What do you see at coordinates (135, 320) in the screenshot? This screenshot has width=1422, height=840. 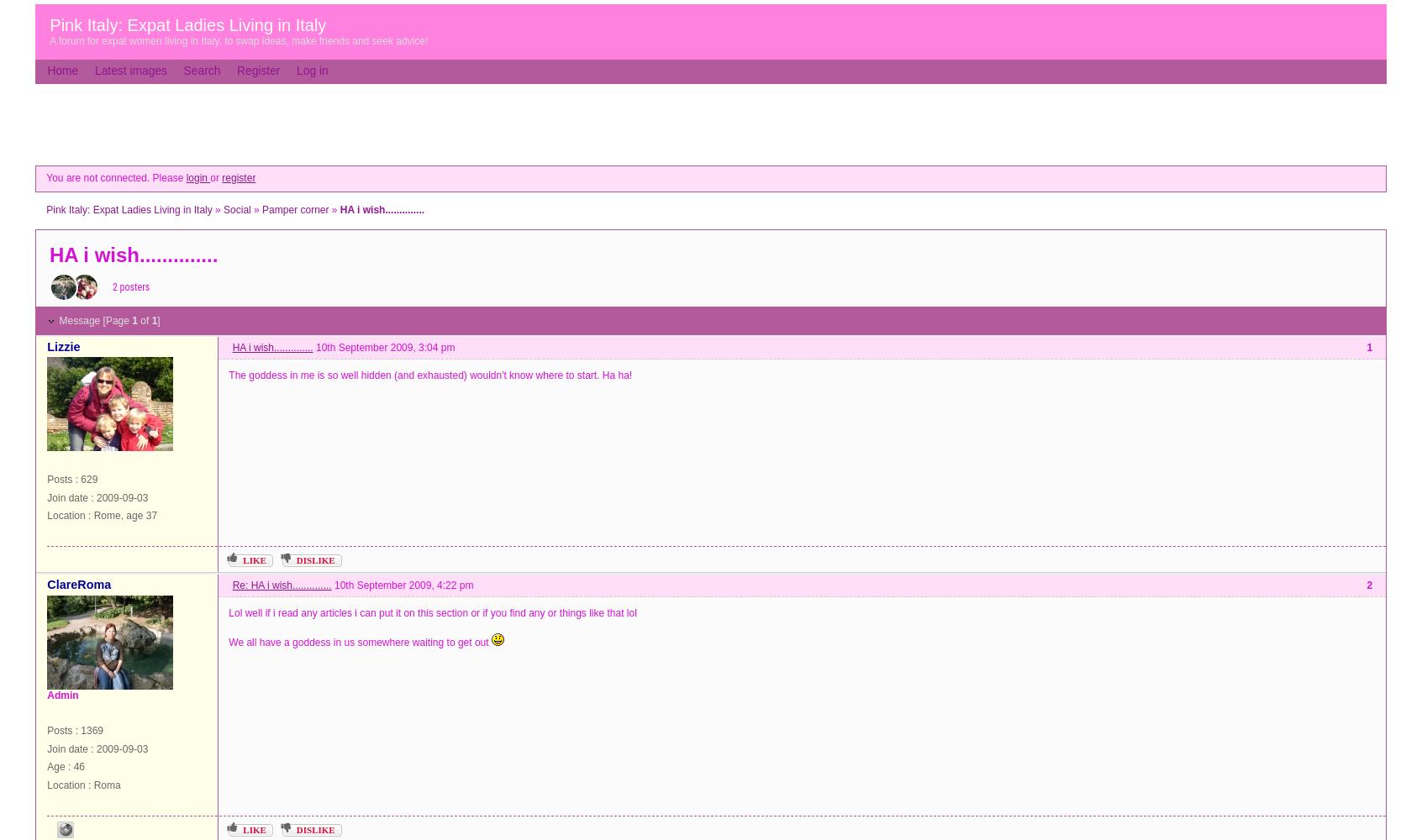 I see `'of'` at bounding box center [135, 320].